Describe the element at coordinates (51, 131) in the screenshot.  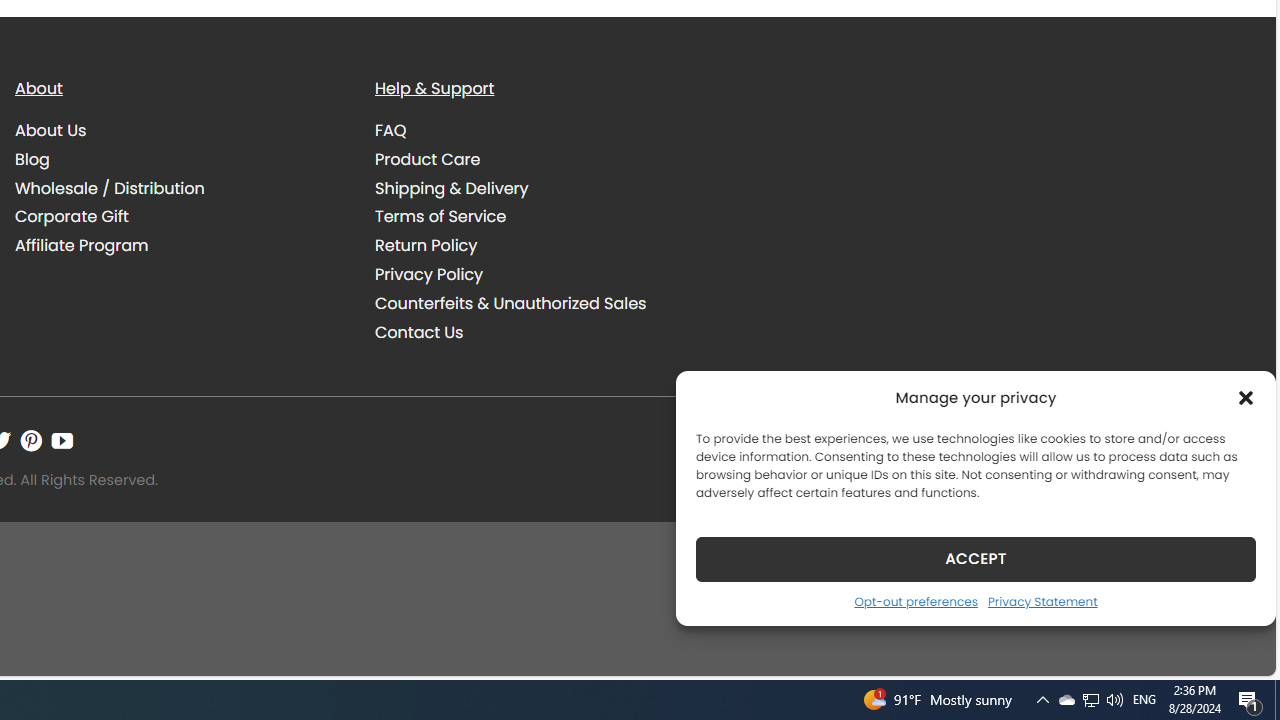
I see `'About Us'` at that location.